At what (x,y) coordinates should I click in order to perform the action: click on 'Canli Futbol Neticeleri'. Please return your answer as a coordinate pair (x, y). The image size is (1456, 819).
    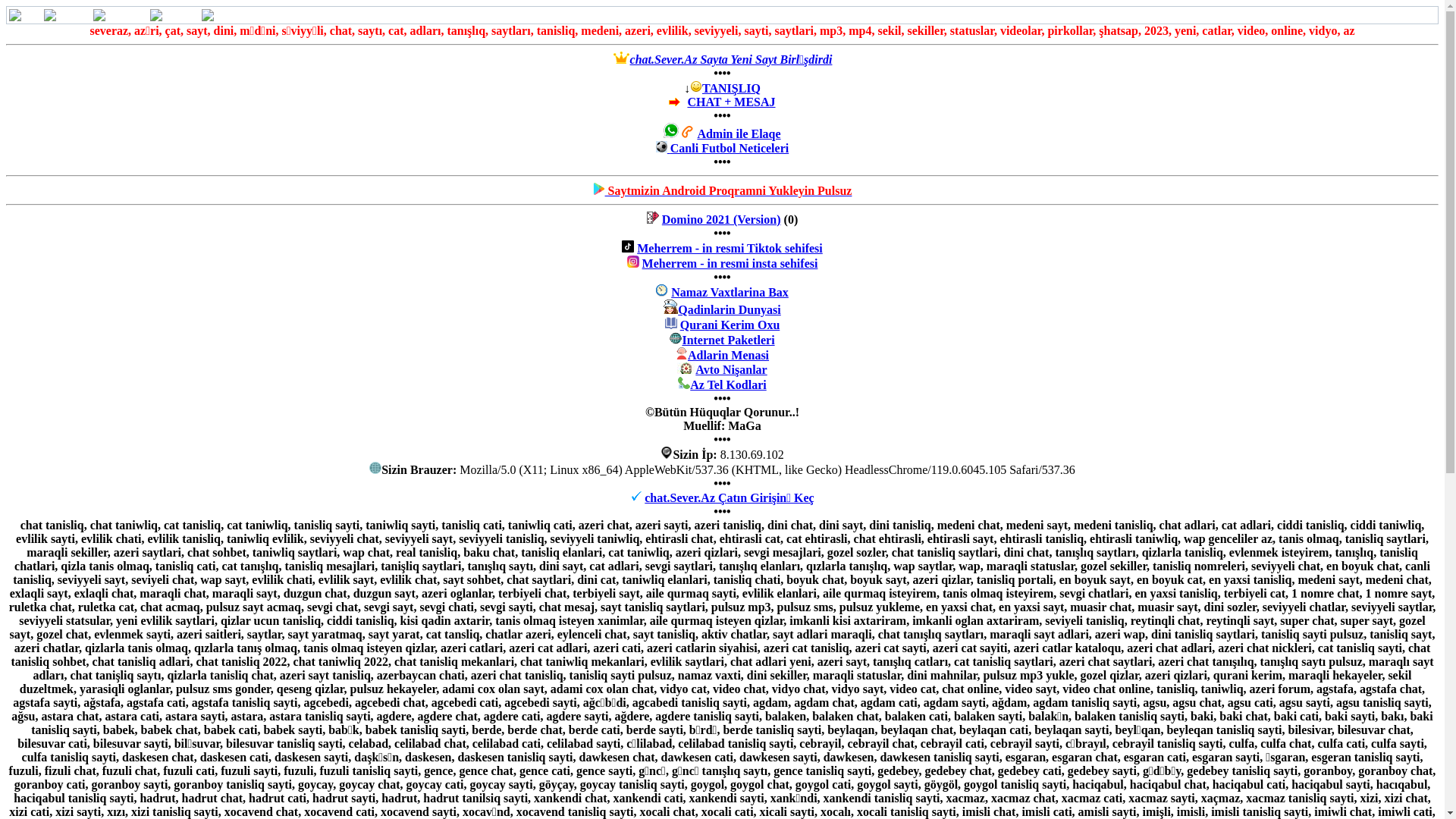
    Looking at the image, I should click on (729, 148).